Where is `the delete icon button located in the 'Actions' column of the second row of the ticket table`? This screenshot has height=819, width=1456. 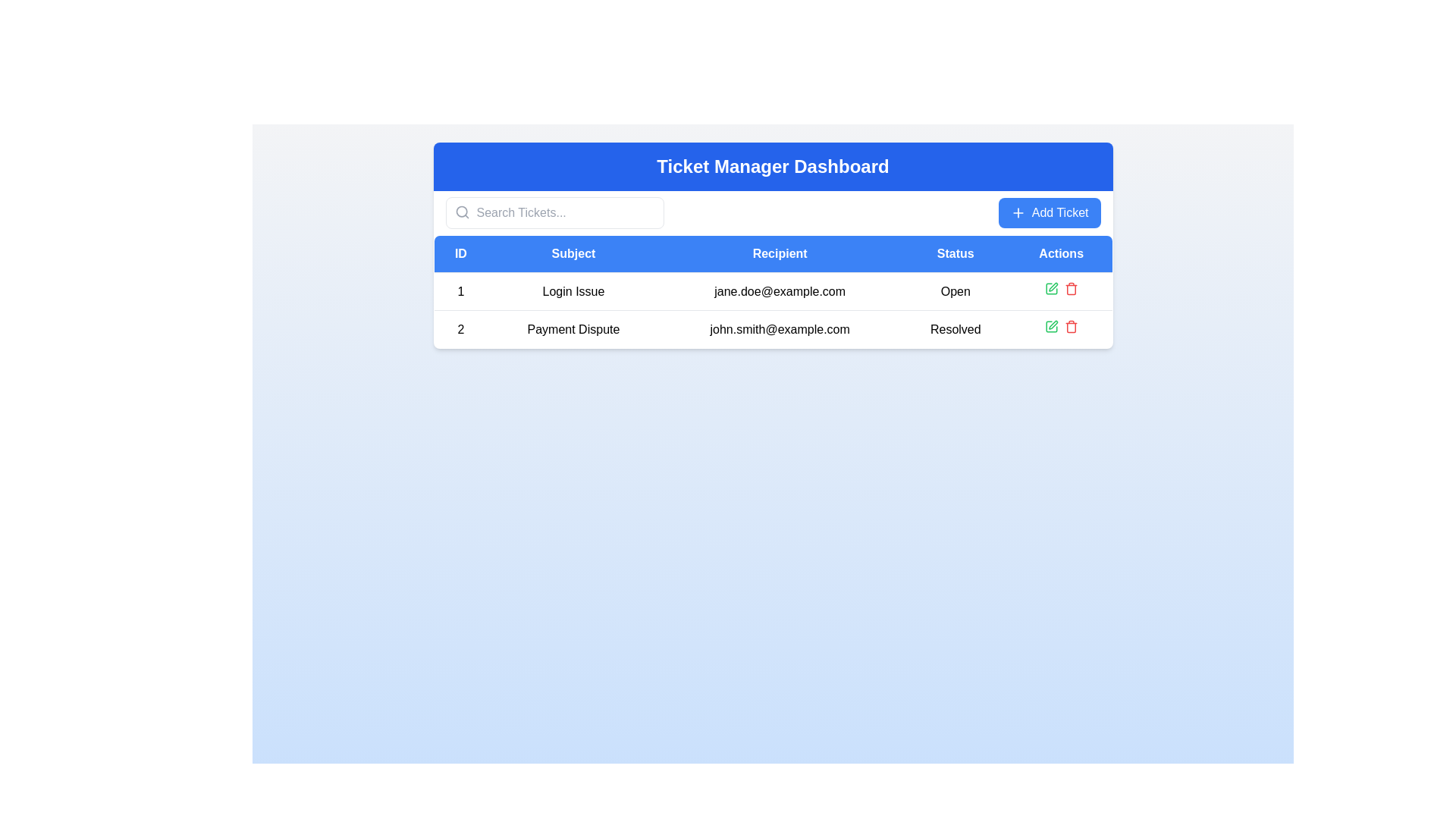 the delete icon button located in the 'Actions' column of the second row of the ticket table is located at coordinates (1070, 326).